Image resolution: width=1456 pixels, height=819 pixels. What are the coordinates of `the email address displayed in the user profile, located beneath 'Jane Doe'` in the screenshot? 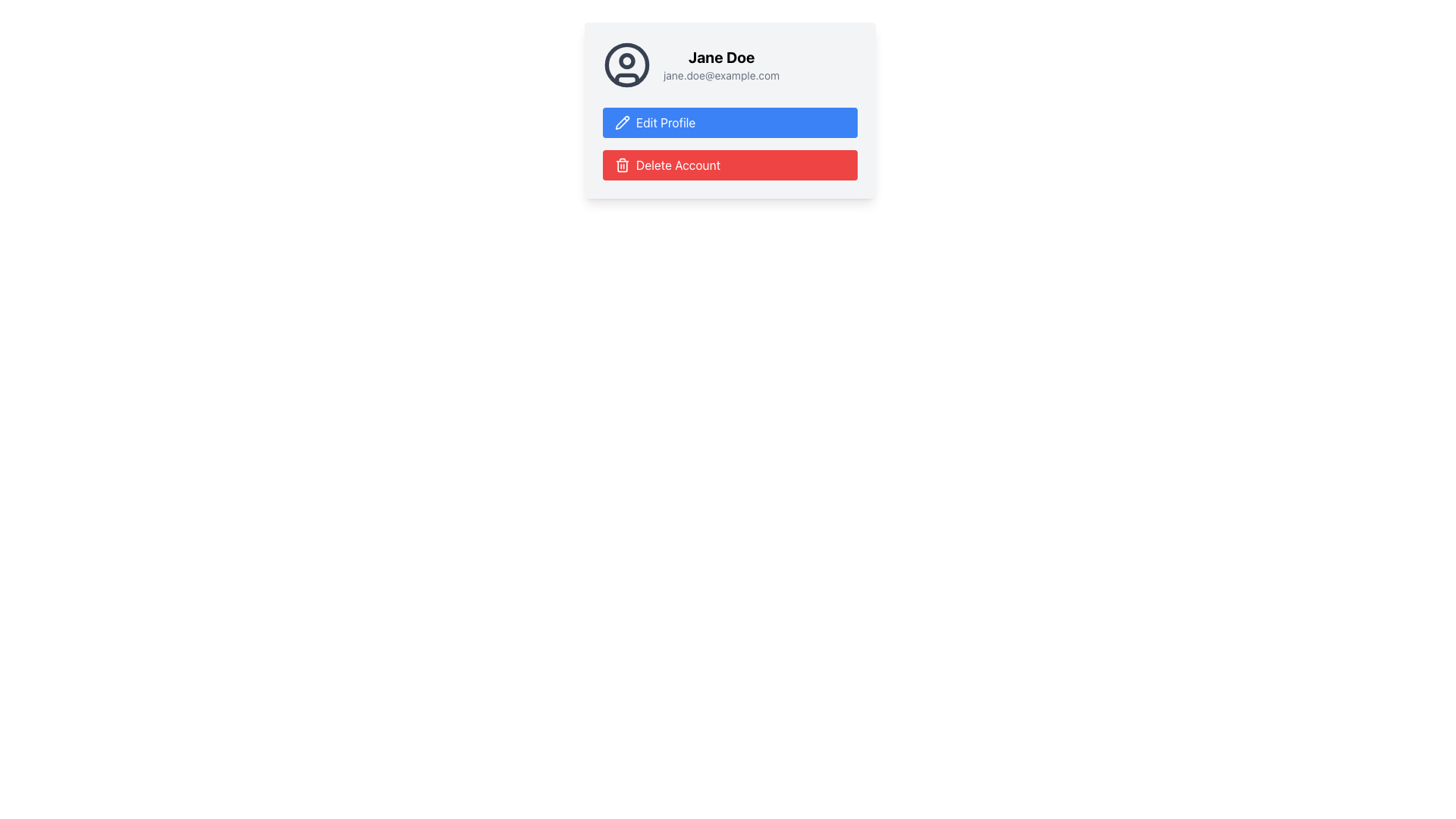 It's located at (720, 76).